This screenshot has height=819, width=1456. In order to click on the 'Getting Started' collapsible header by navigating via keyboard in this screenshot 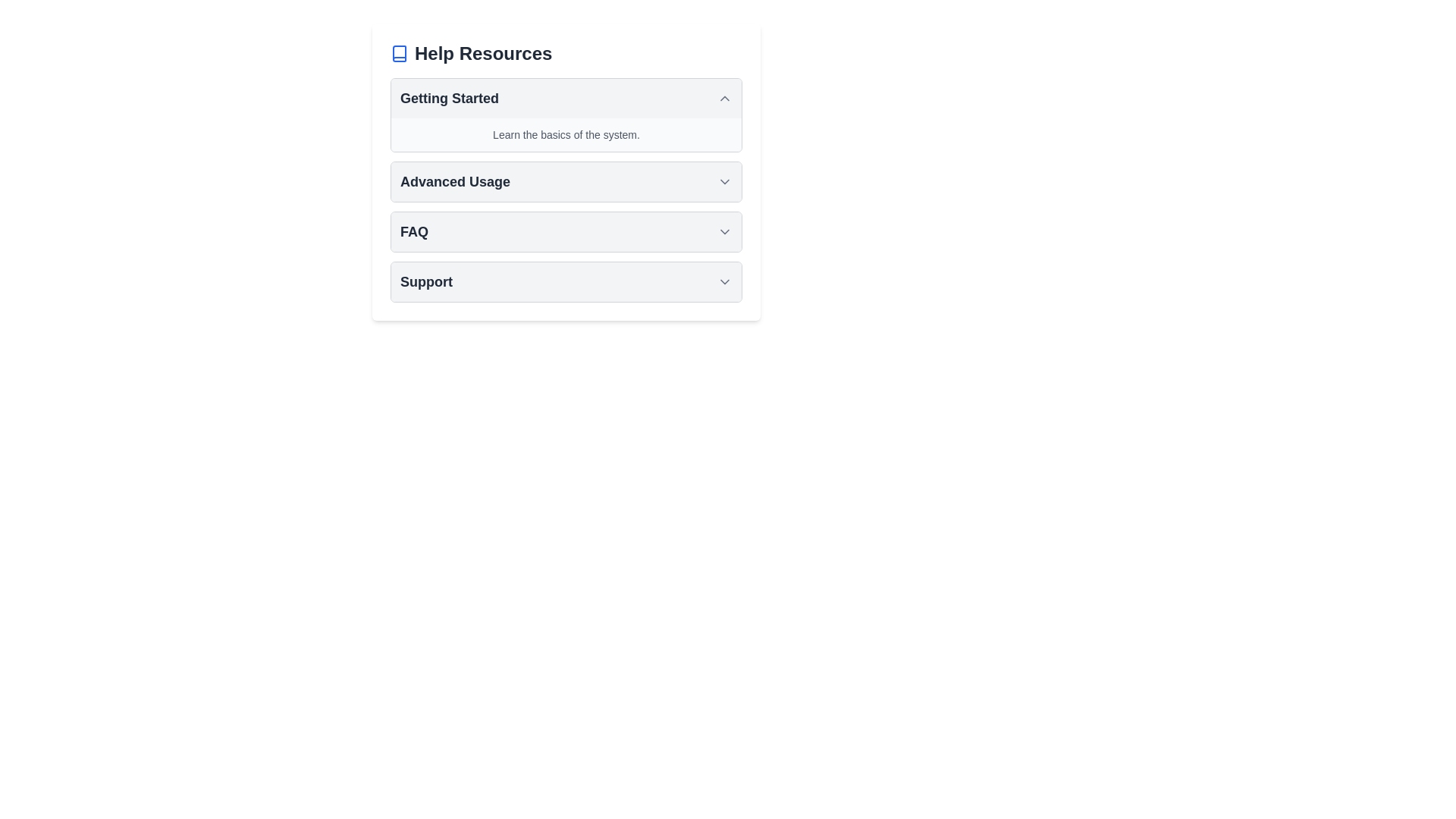, I will do `click(566, 99)`.